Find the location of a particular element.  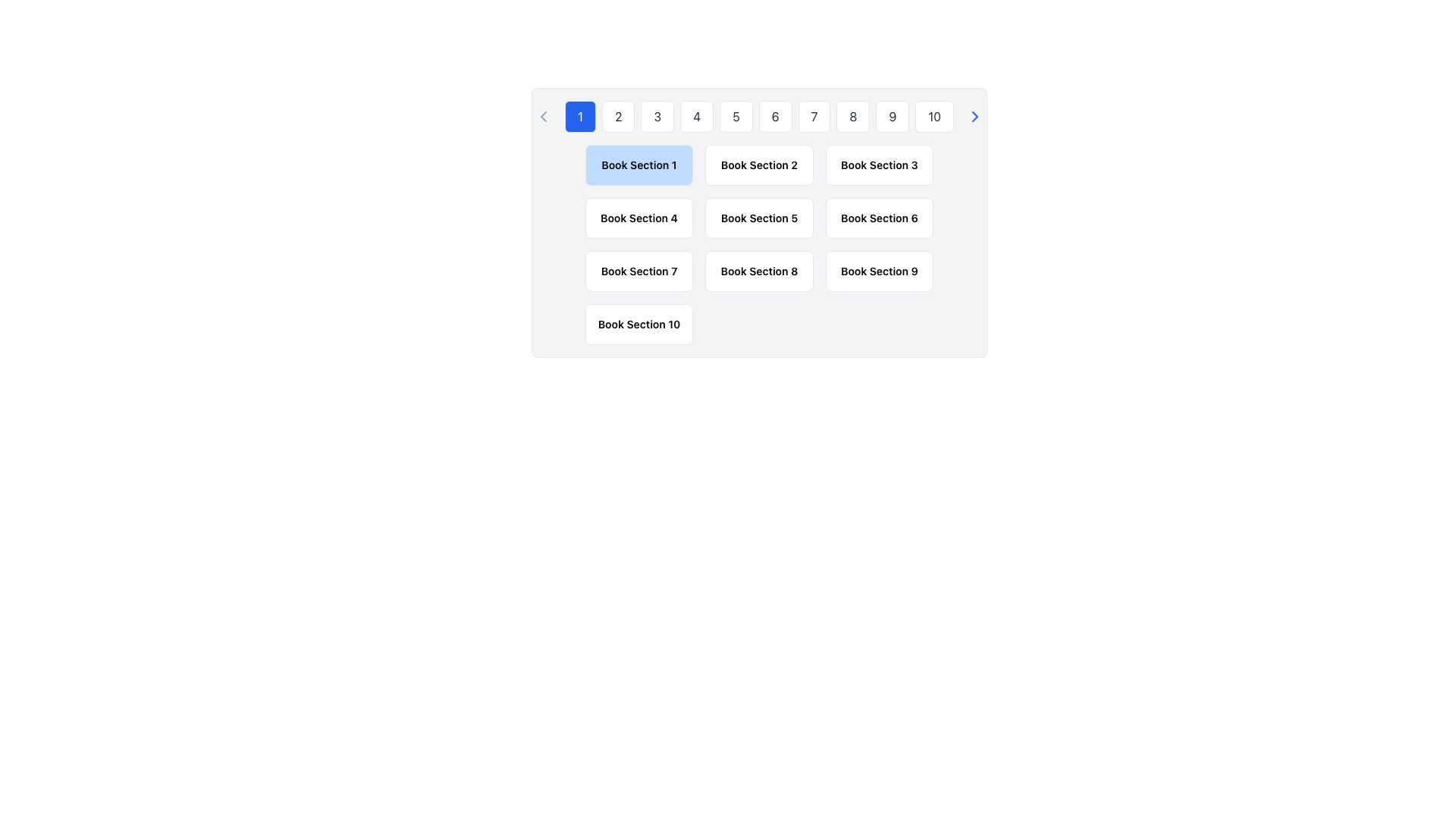

the rounded rectangular button with a white background and gray border that contains the number '7' in gray text, located between buttons '6' and '8' is located at coordinates (814, 116).